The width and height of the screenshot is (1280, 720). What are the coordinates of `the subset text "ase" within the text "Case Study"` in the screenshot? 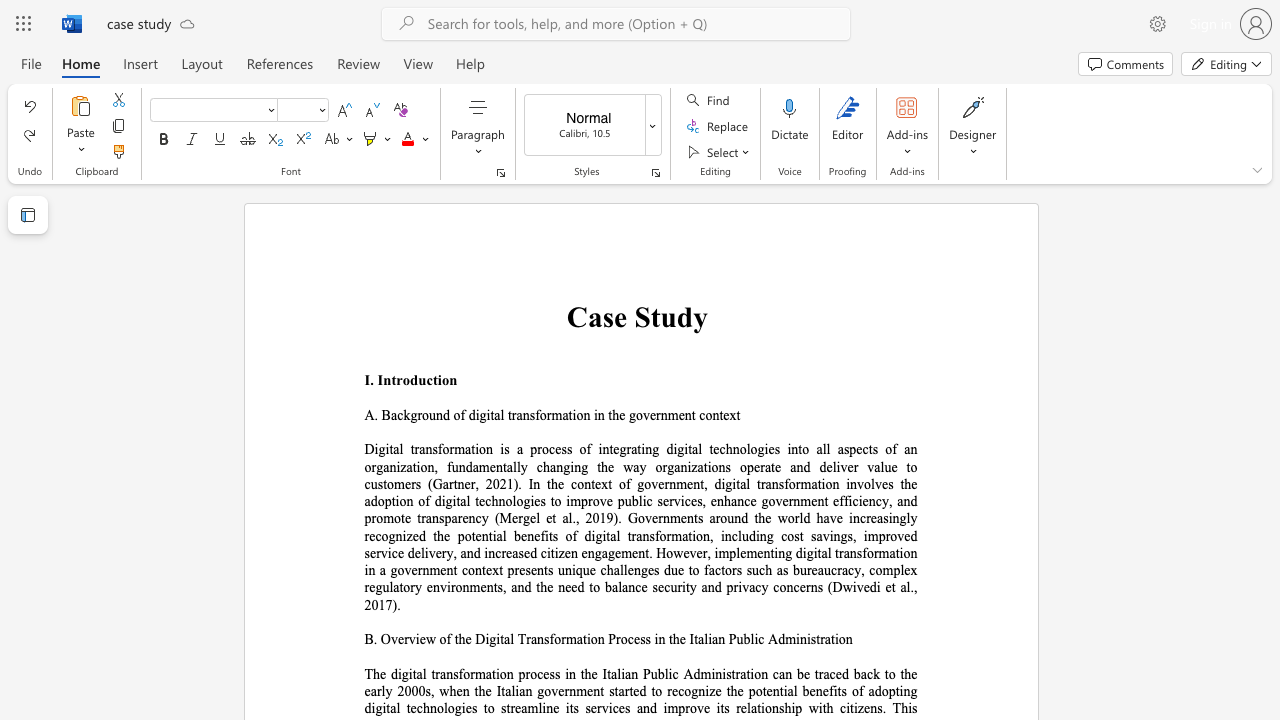 It's located at (587, 316).